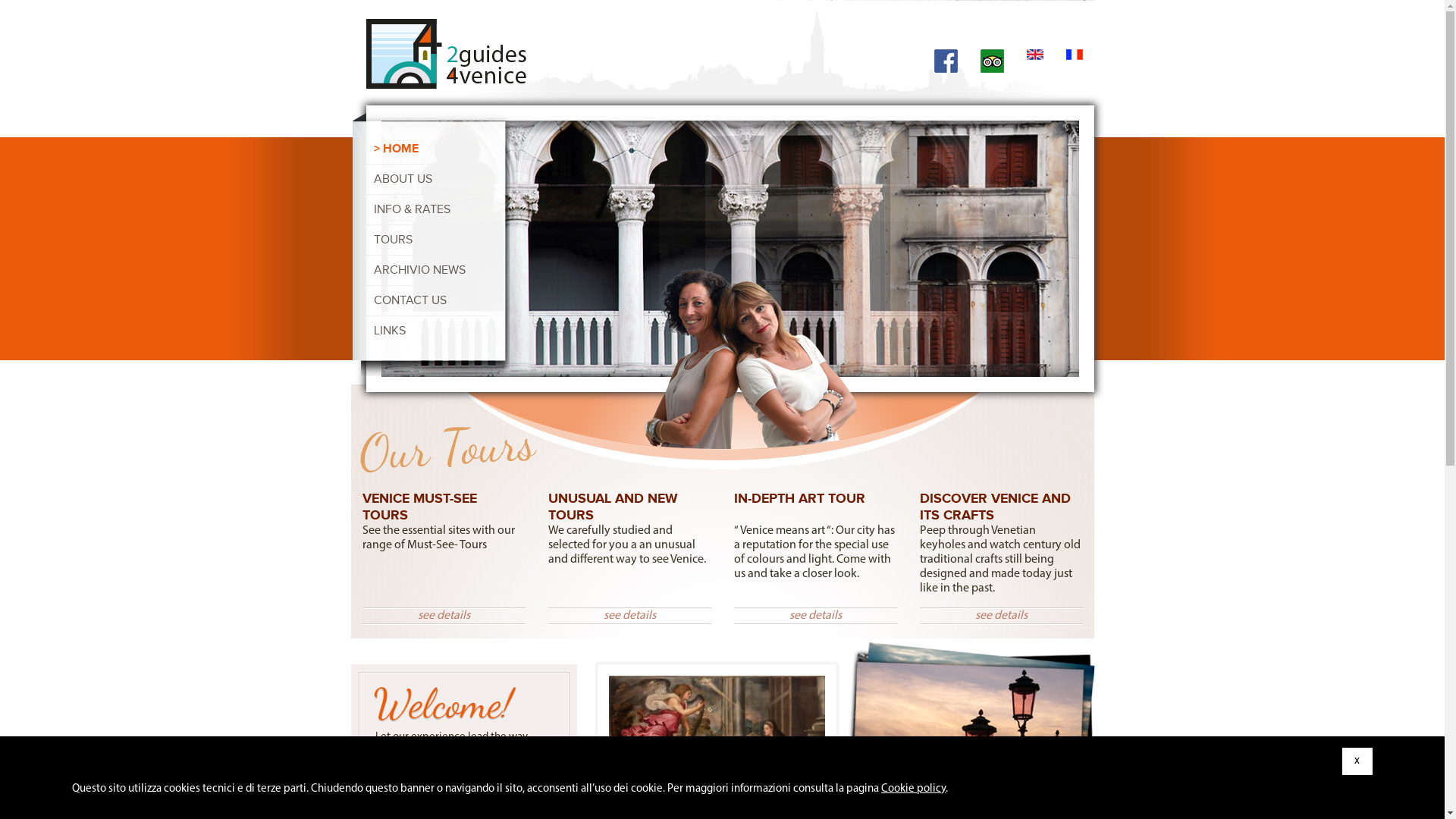 The height and width of the screenshot is (819, 1456). What do you see at coordinates (1342, 761) in the screenshot?
I see `'x'` at bounding box center [1342, 761].